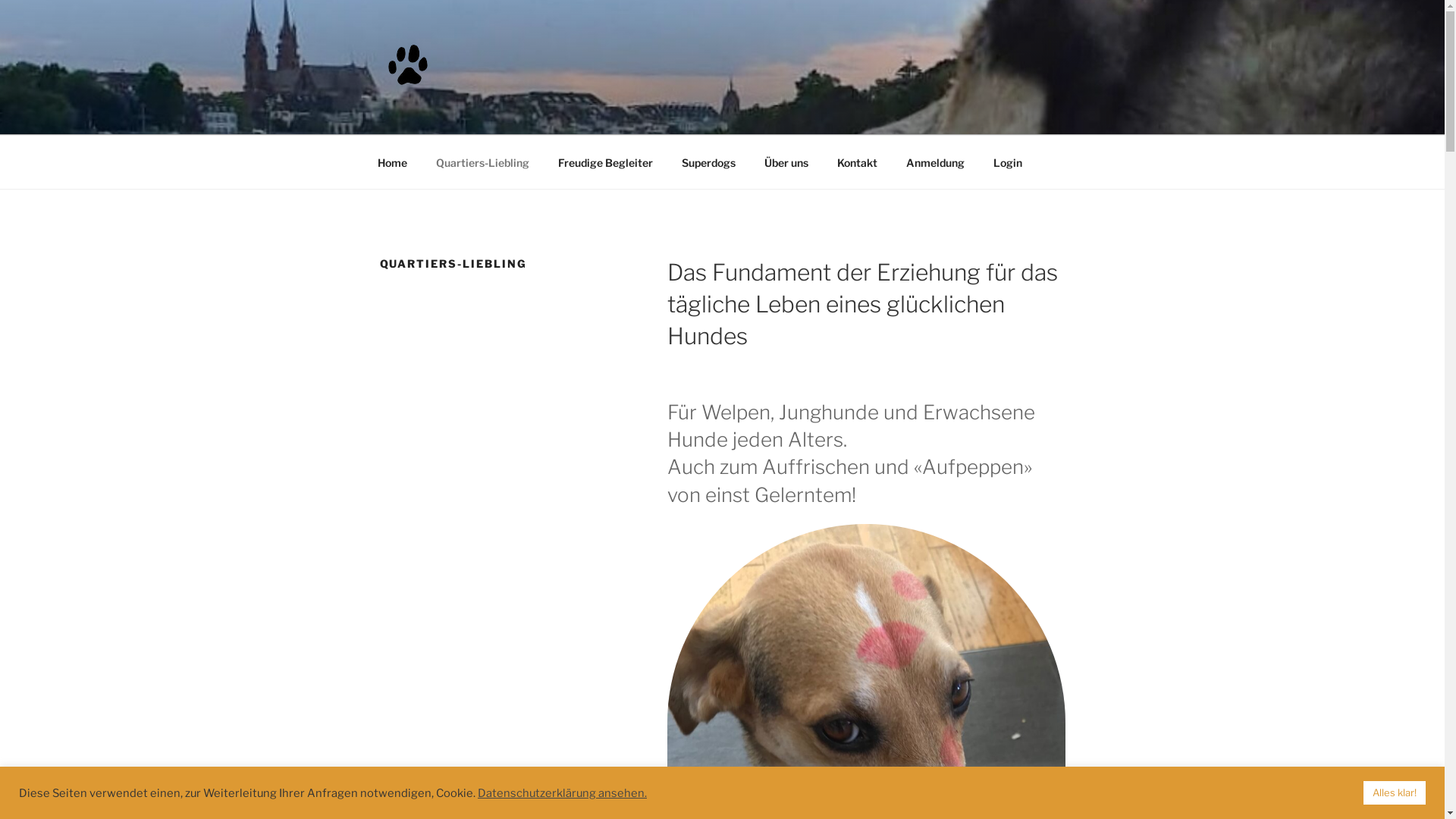 The image size is (1456, 819). Describe the element at coordinates (482, 162) in the screenshot. I see `'Quartiers-Liebling'` at that location.